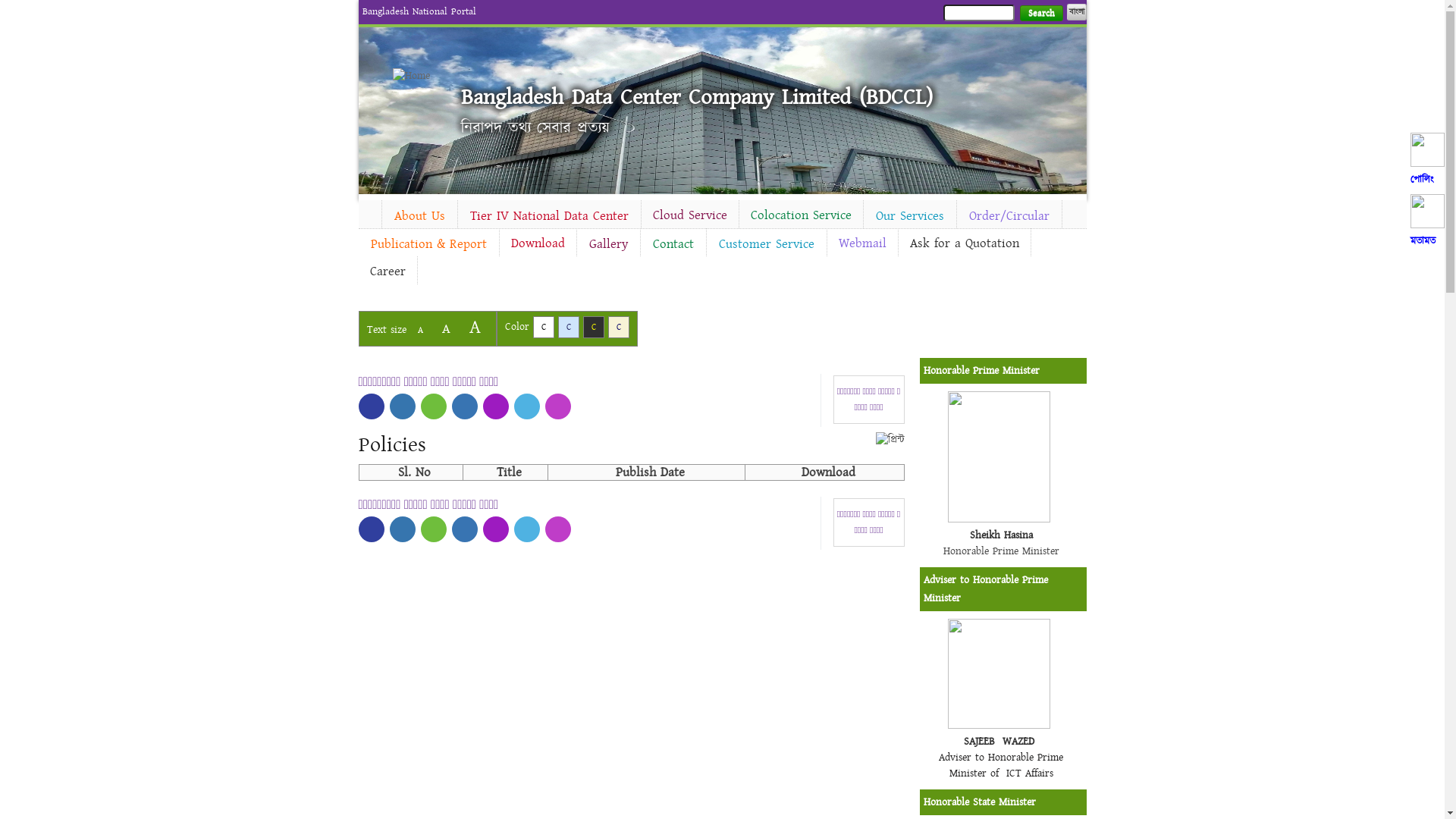 This screenshot has height=819, width=1456. I want to click on 'C', so click(619, 326).